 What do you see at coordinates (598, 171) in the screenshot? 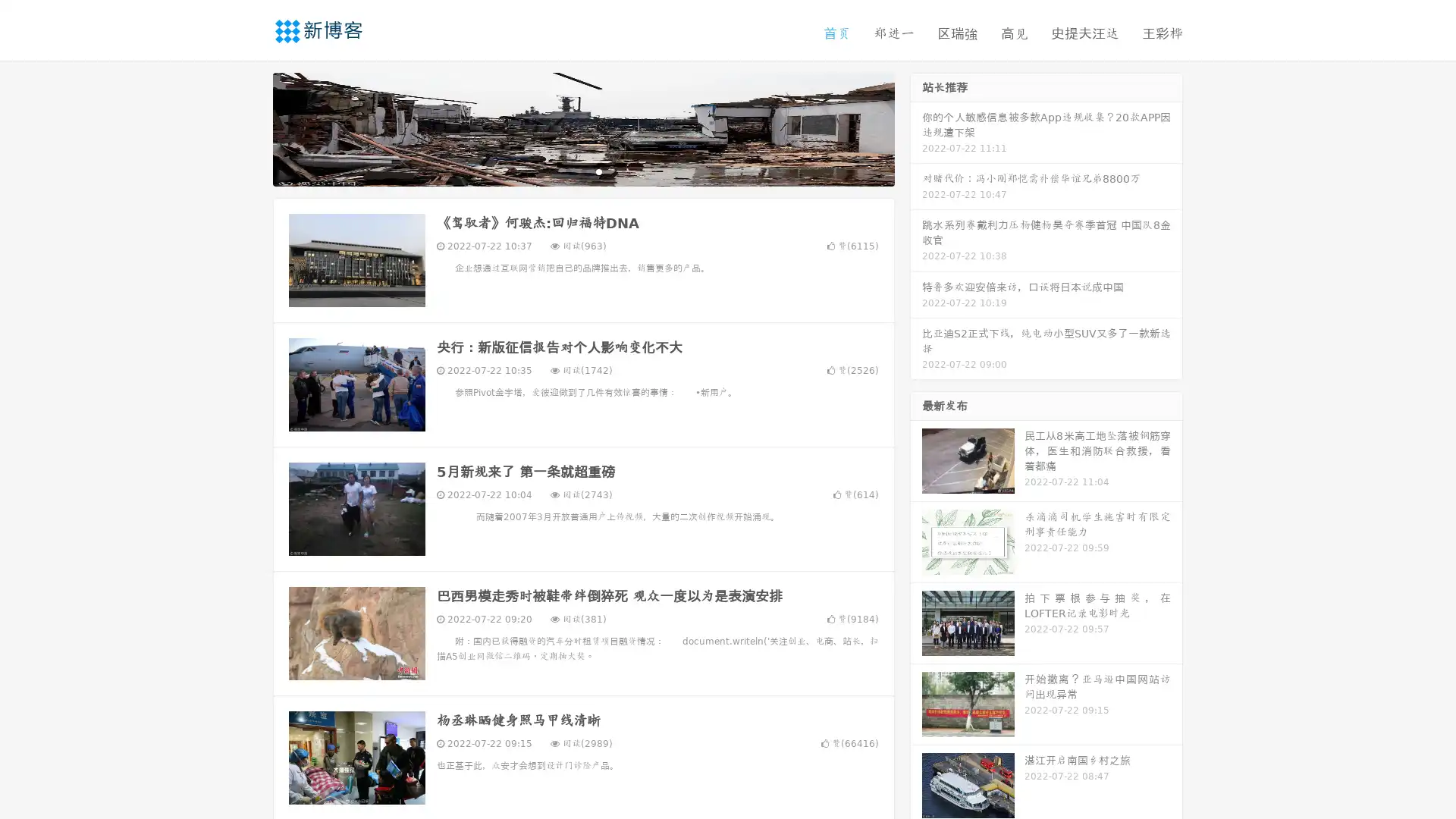
I see `Go to slide 3` at bounding box center [598, 171].